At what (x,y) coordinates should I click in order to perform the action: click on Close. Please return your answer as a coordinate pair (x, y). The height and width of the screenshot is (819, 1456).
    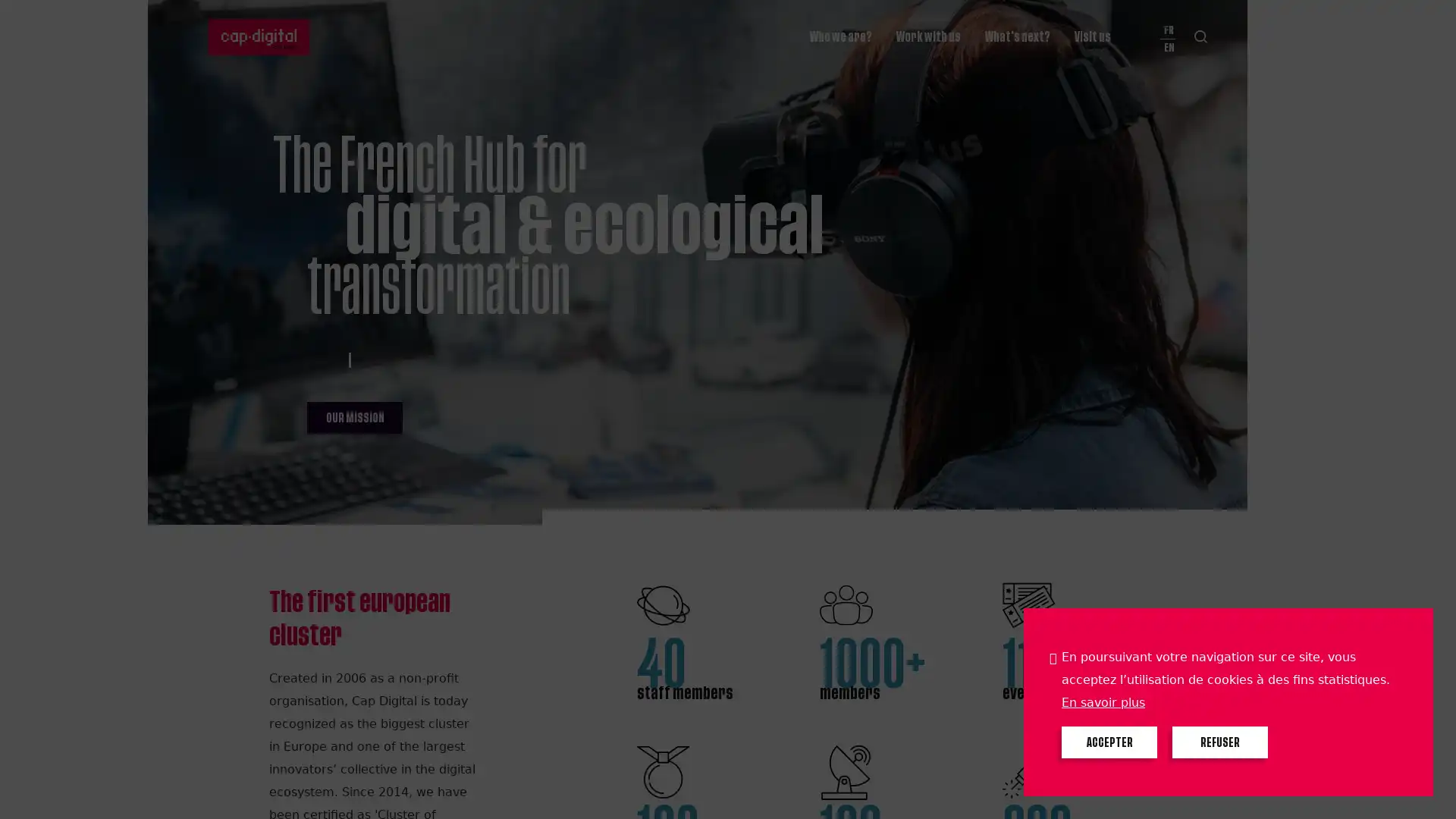
    Looking at the image, I should click on (1429, 20).